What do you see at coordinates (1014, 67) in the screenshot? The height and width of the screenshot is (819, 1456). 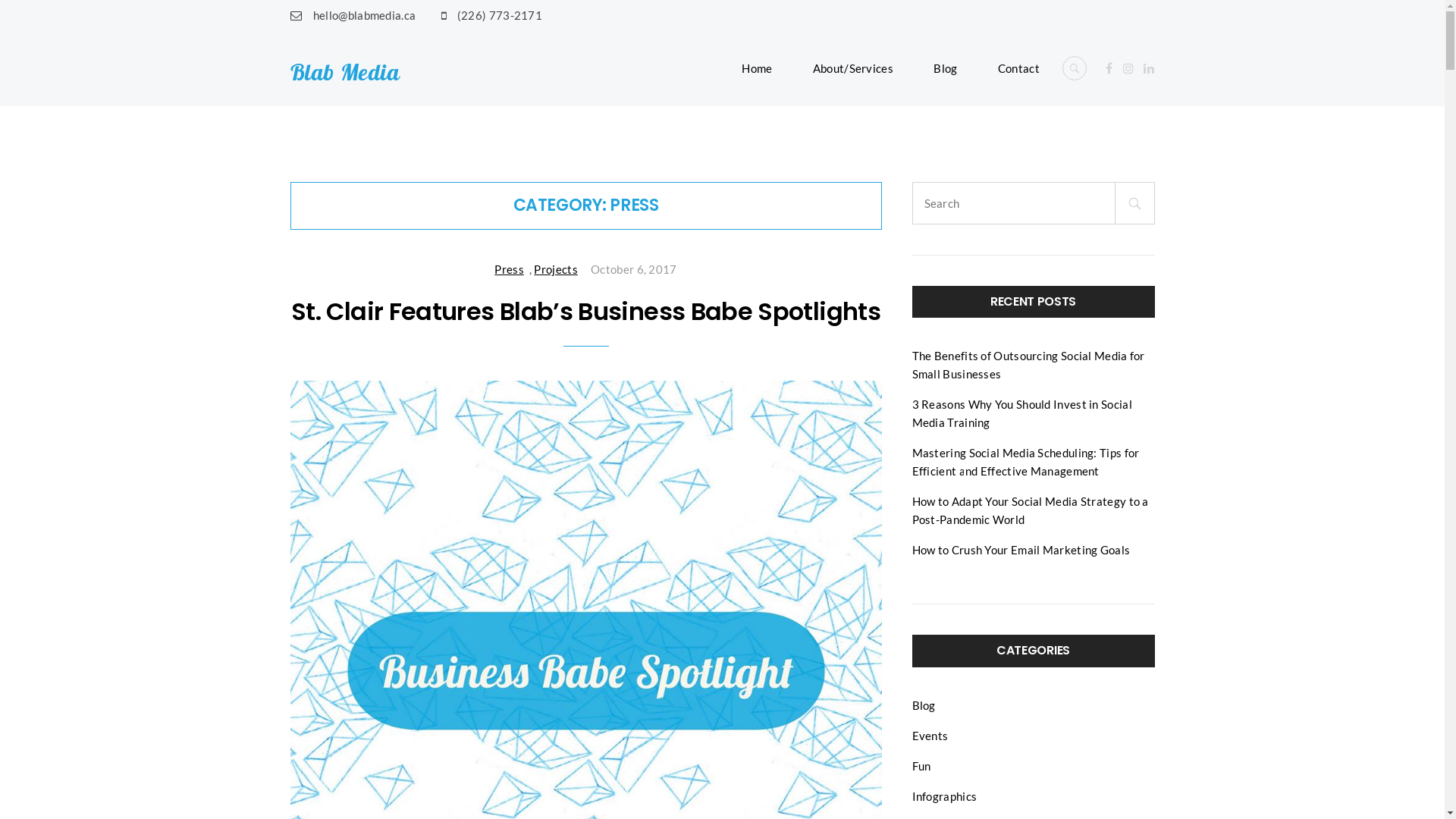 I see `'Contact'` at bounding box center [1014, 67].